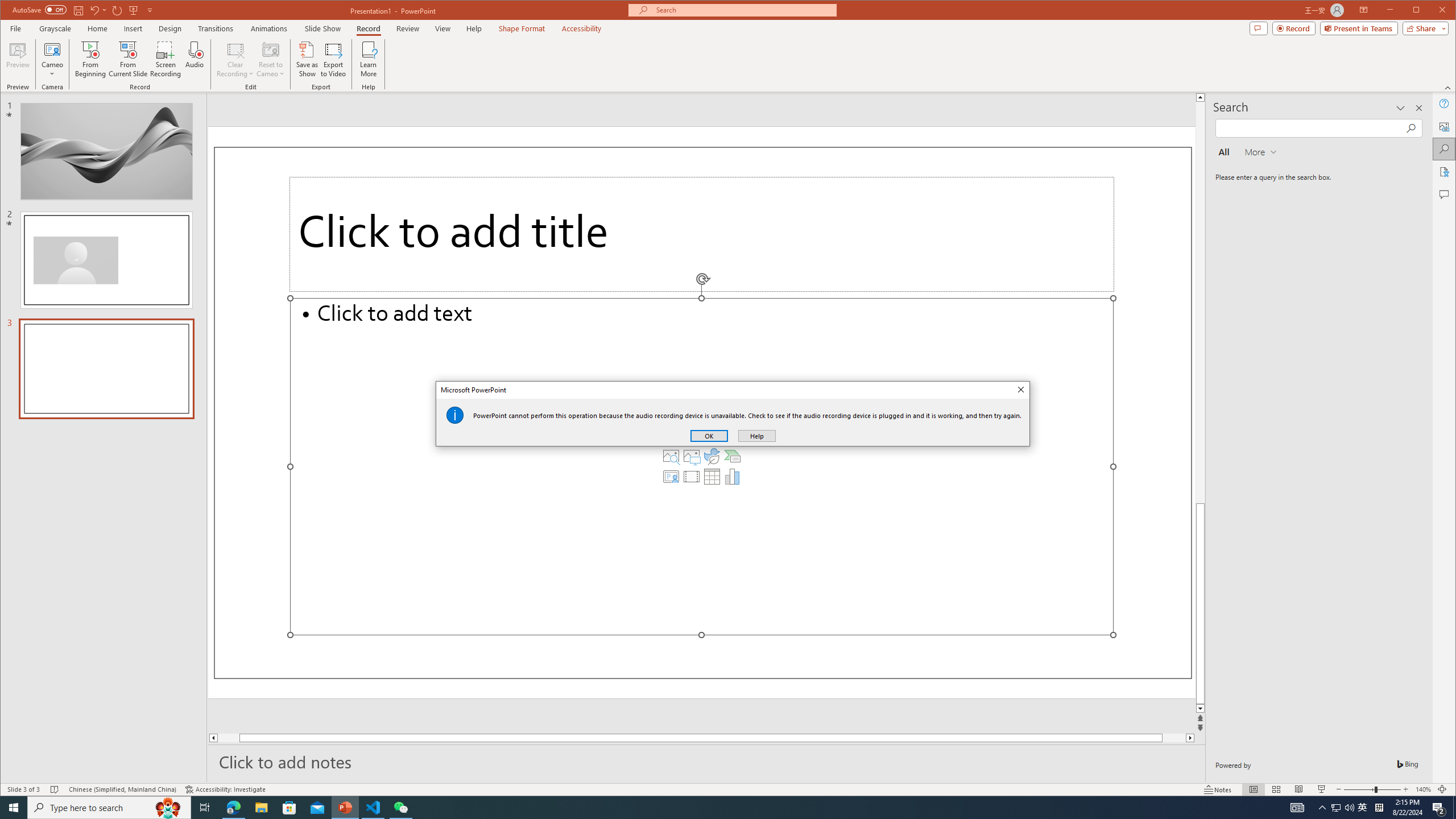 The height and width of the screenshot is (819, 1456). I want to click on 'Screen Recording', so click(164, 59).